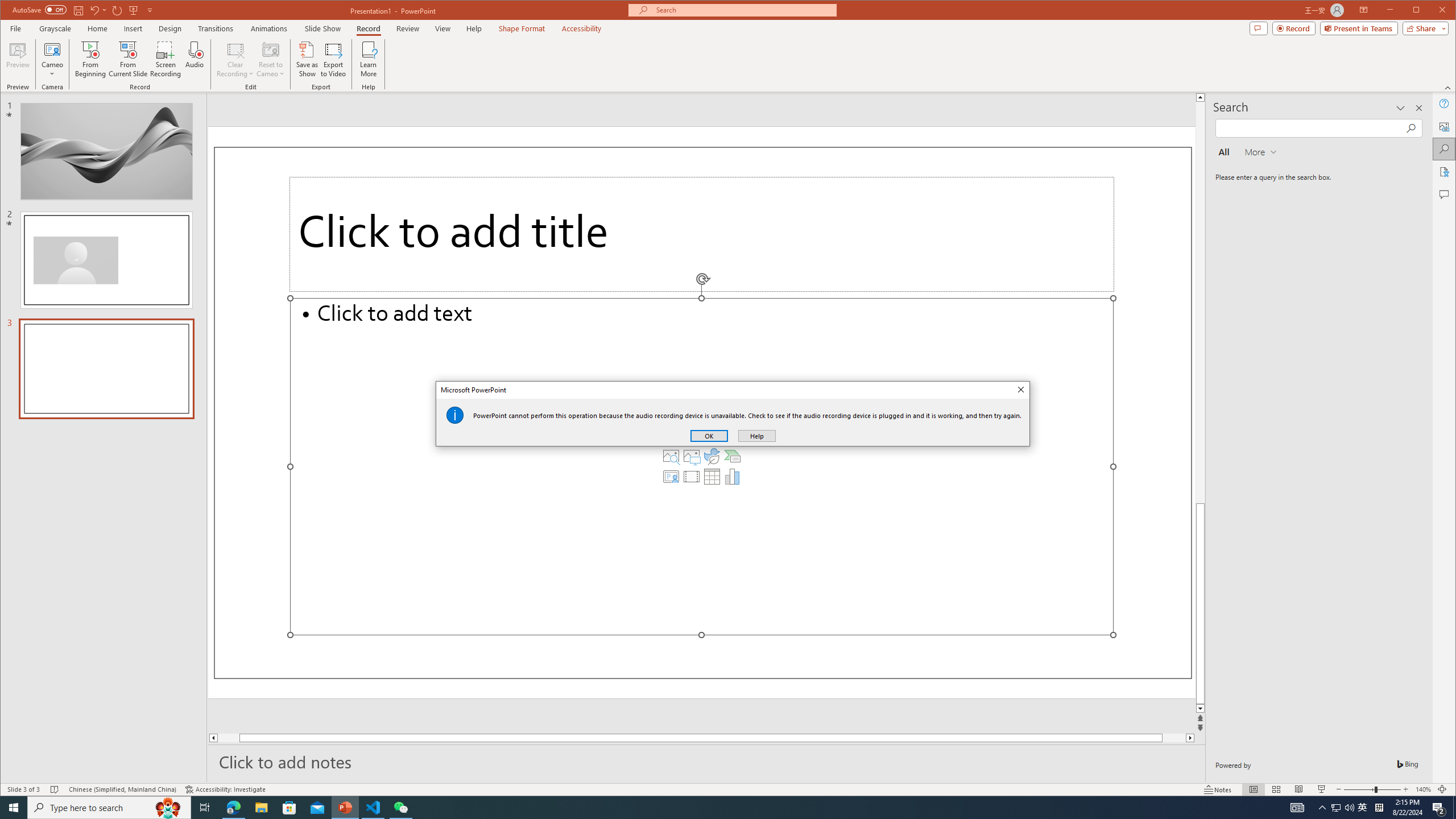 The height and width of the screenshot is (819, 1456). I want to click on 'Screen Recording', so click(164, 59).